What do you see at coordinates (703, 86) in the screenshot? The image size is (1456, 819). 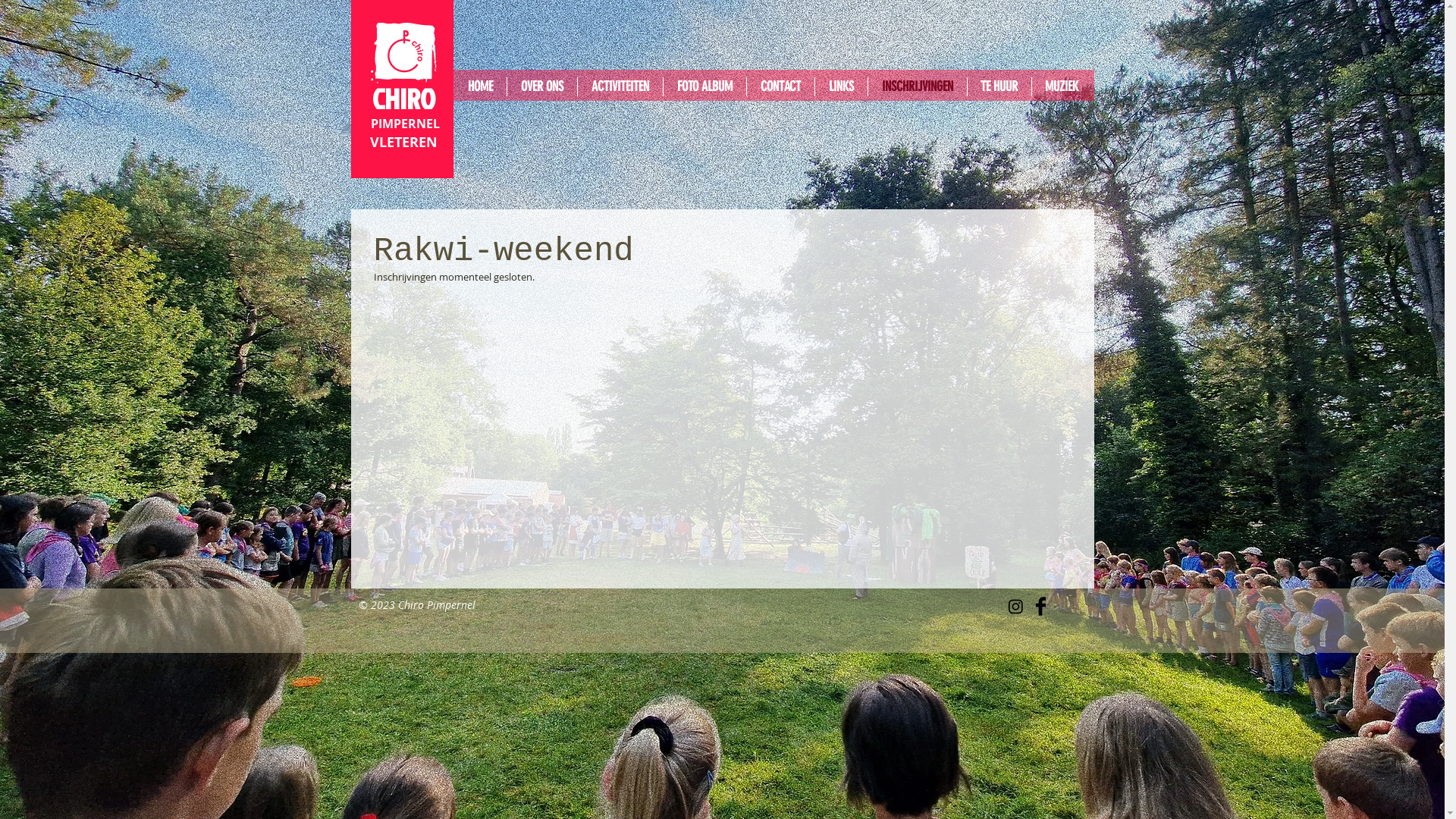 I see `'FOTO ALBUM'` at bounding box center [703, 86].